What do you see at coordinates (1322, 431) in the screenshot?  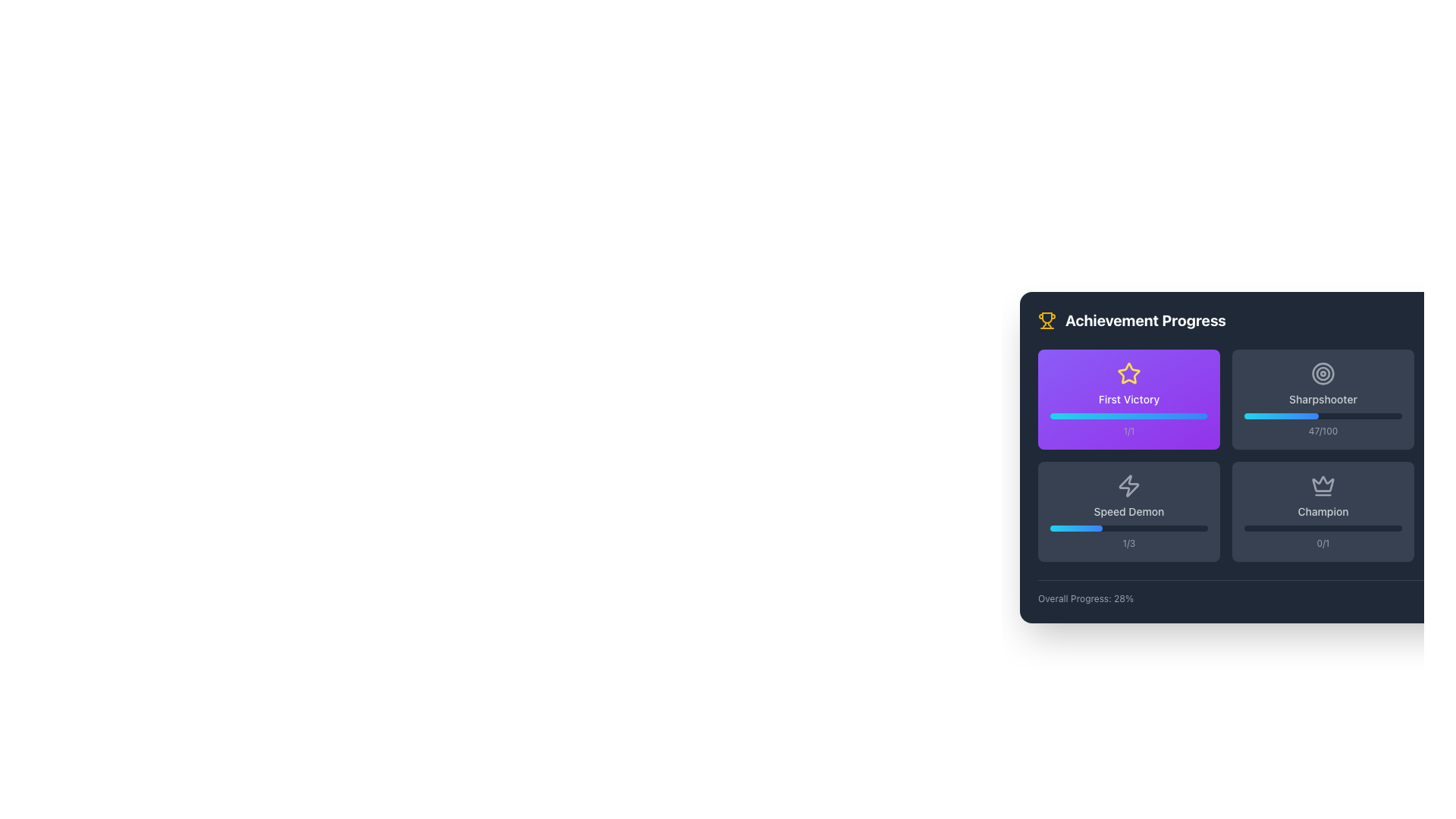 I see `the text label displaying '47/100' within the 'Sharpshooter' segment of the Achievement Progress interface, which is positioned slightly above the progress bar and has a light gray color on a dark gray background` at bounding box center [1322, 431].